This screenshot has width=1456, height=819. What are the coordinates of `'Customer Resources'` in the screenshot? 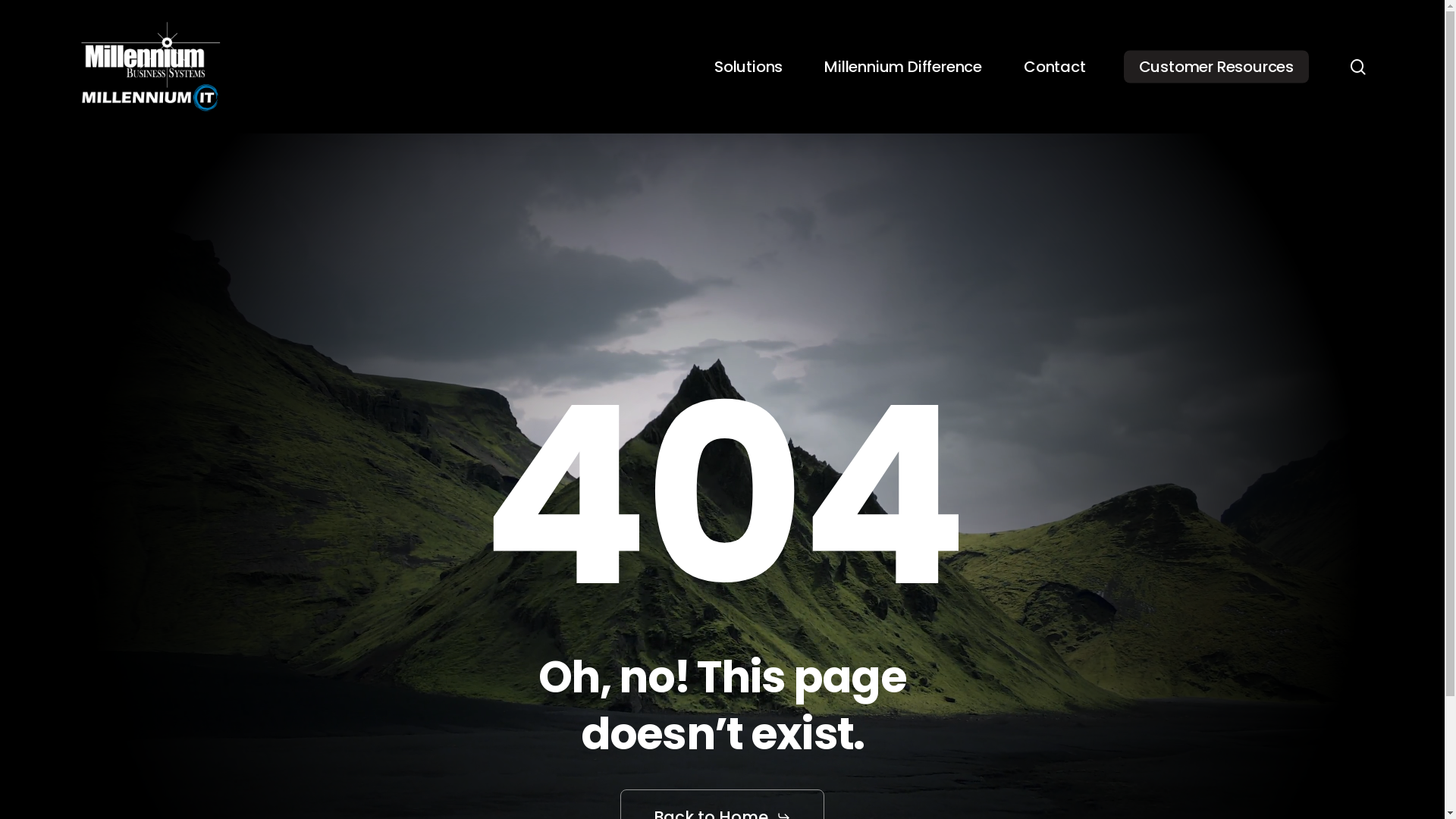 It's located at (1124, 66).